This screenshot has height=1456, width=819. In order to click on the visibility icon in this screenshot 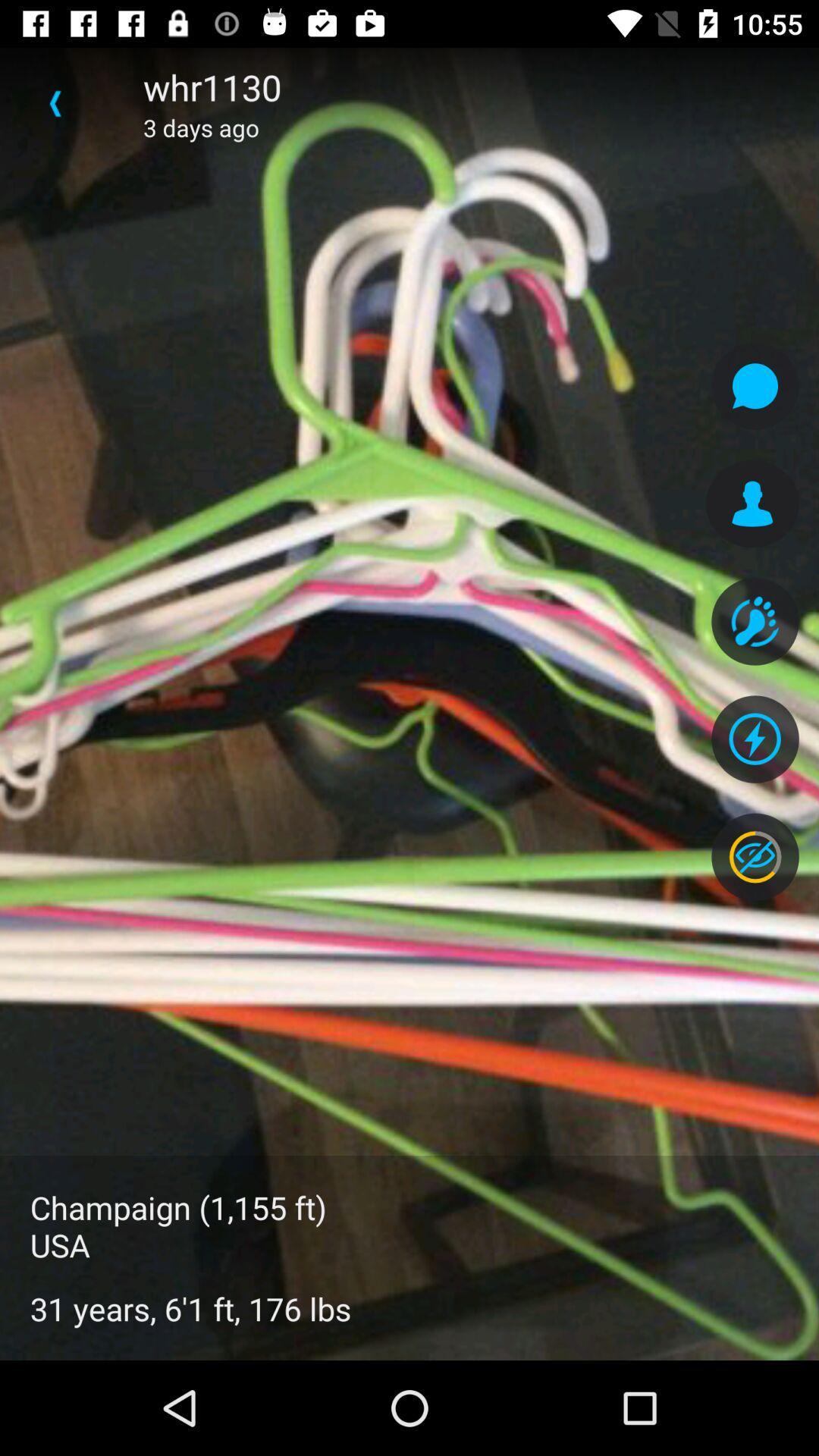, I will do `click(755, 857)`.